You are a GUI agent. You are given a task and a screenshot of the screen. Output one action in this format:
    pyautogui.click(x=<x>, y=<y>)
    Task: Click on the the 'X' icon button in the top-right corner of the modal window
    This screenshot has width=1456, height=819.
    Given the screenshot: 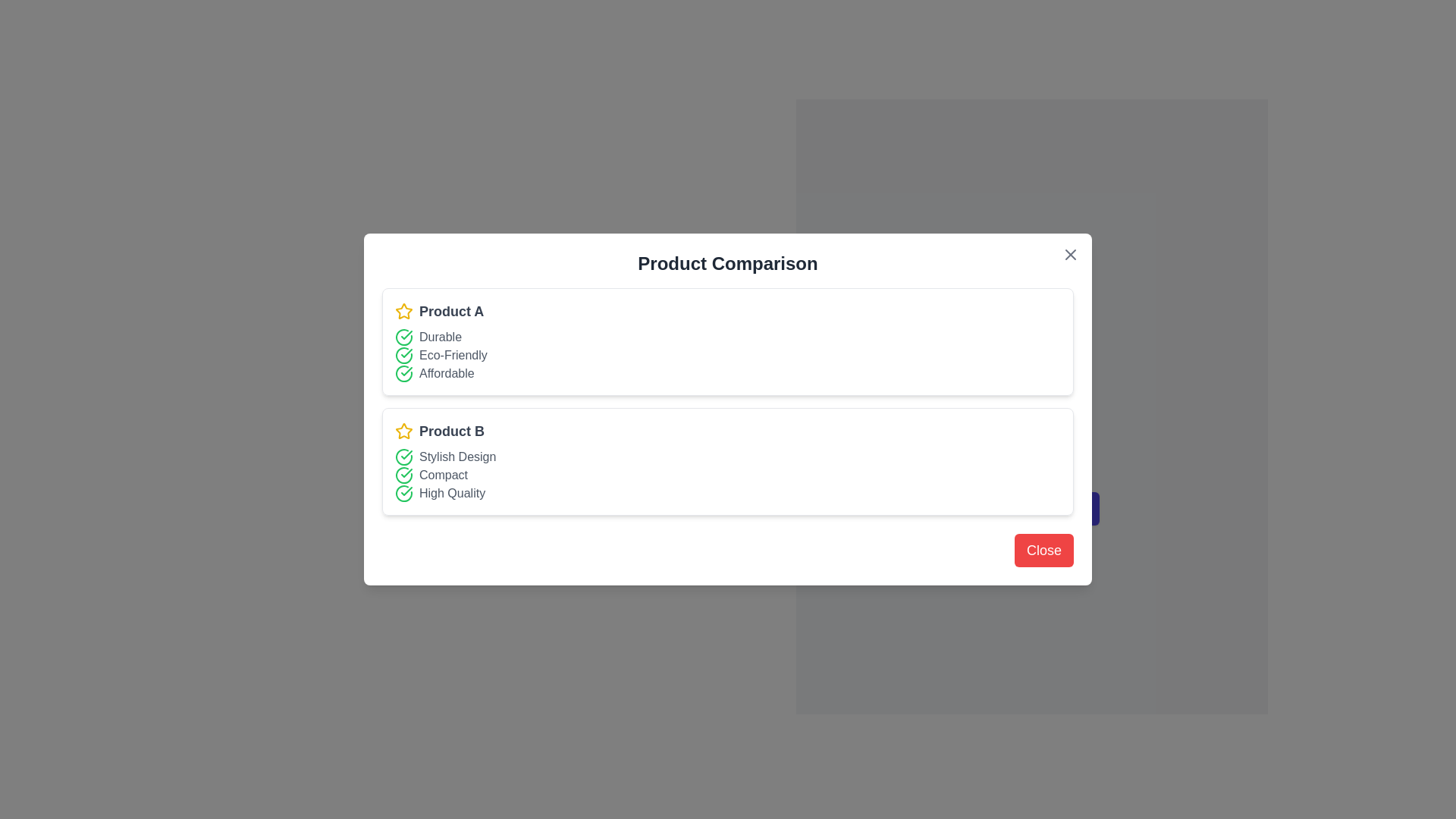 What is the action you would take?
    pyautogui.click(x=1069, y=253)
    